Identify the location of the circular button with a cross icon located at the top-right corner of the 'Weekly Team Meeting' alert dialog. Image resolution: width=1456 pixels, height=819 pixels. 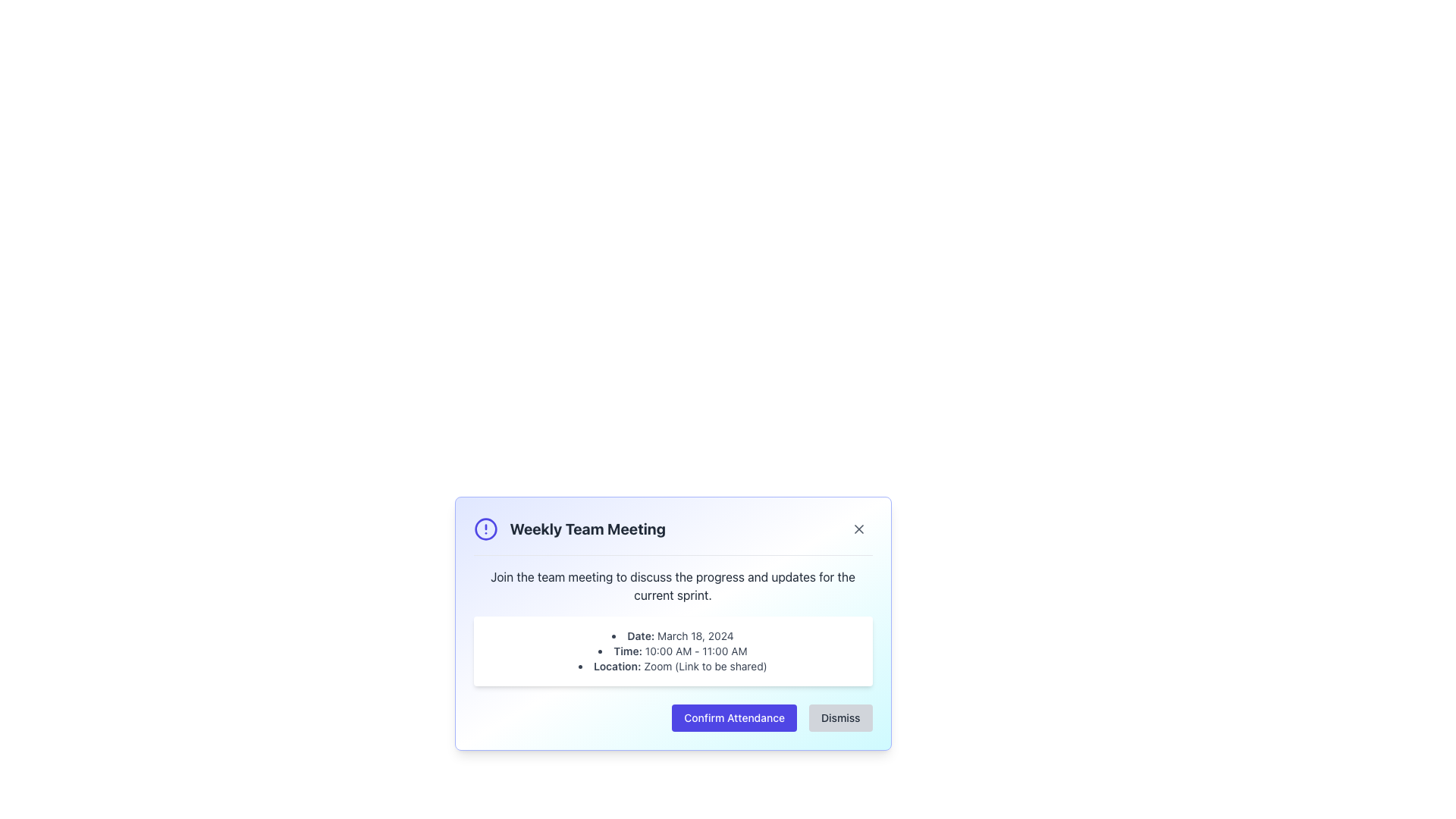
(858, 529).